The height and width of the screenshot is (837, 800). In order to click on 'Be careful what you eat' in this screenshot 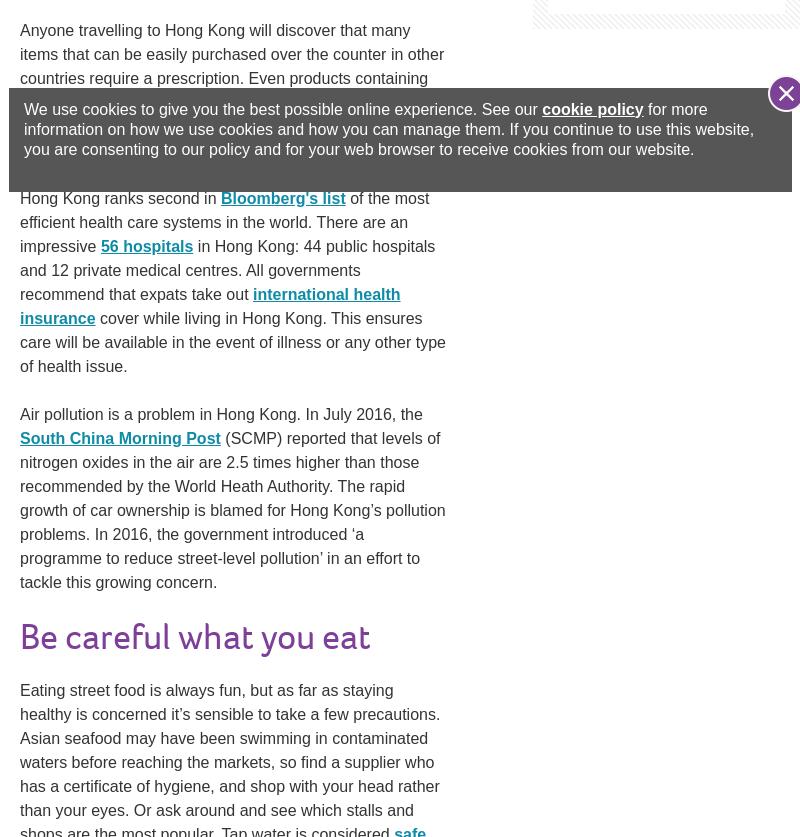, I will do `click(194, 637)`.